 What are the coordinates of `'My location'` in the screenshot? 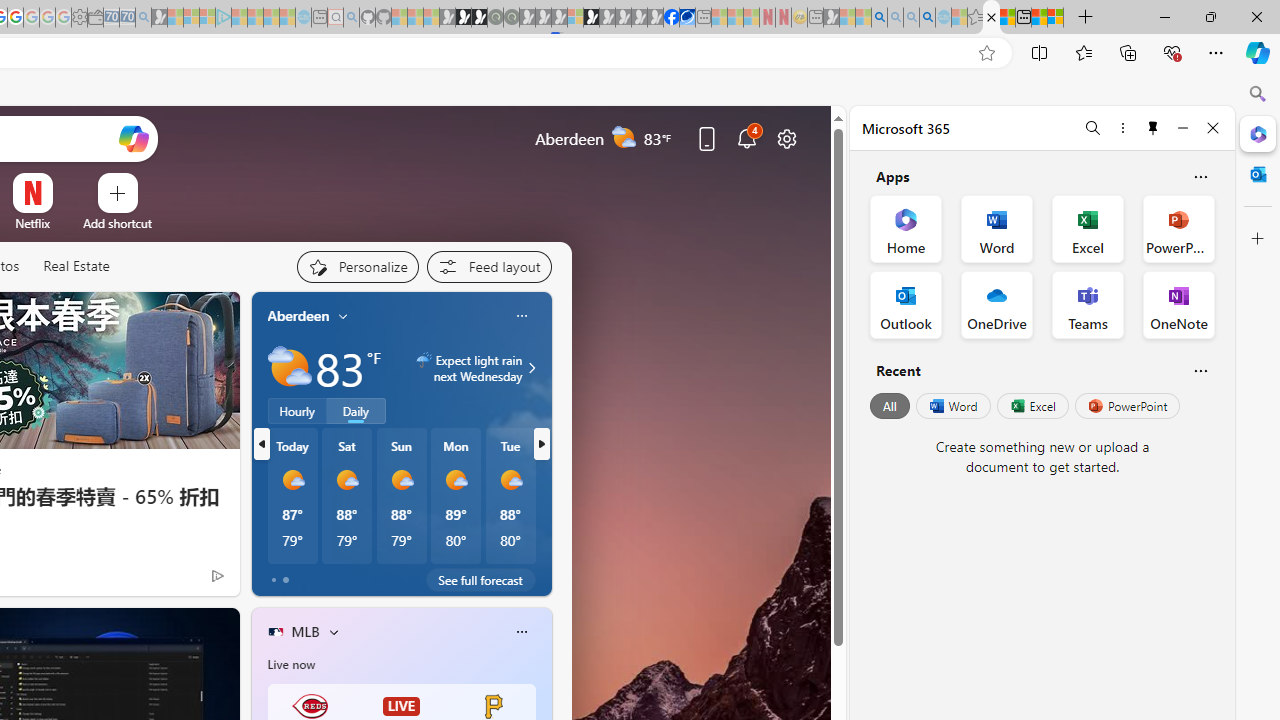 It's located at (343, 315).